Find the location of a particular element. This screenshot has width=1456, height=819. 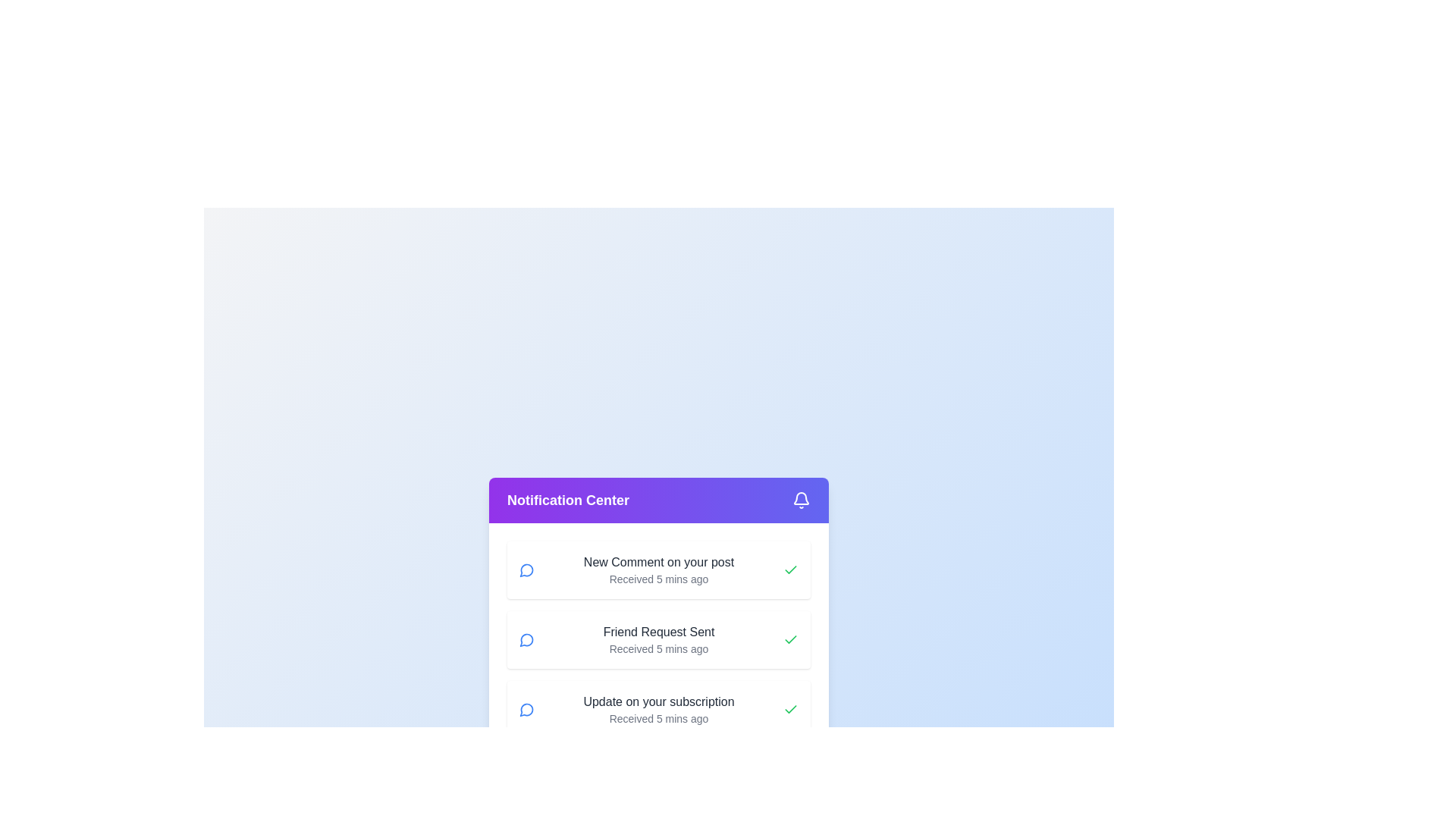

text element displaying 'New Comment on your post' located in the notification card at the top-center of the 'Notification Center' interface is located at coordinates (658, 562).